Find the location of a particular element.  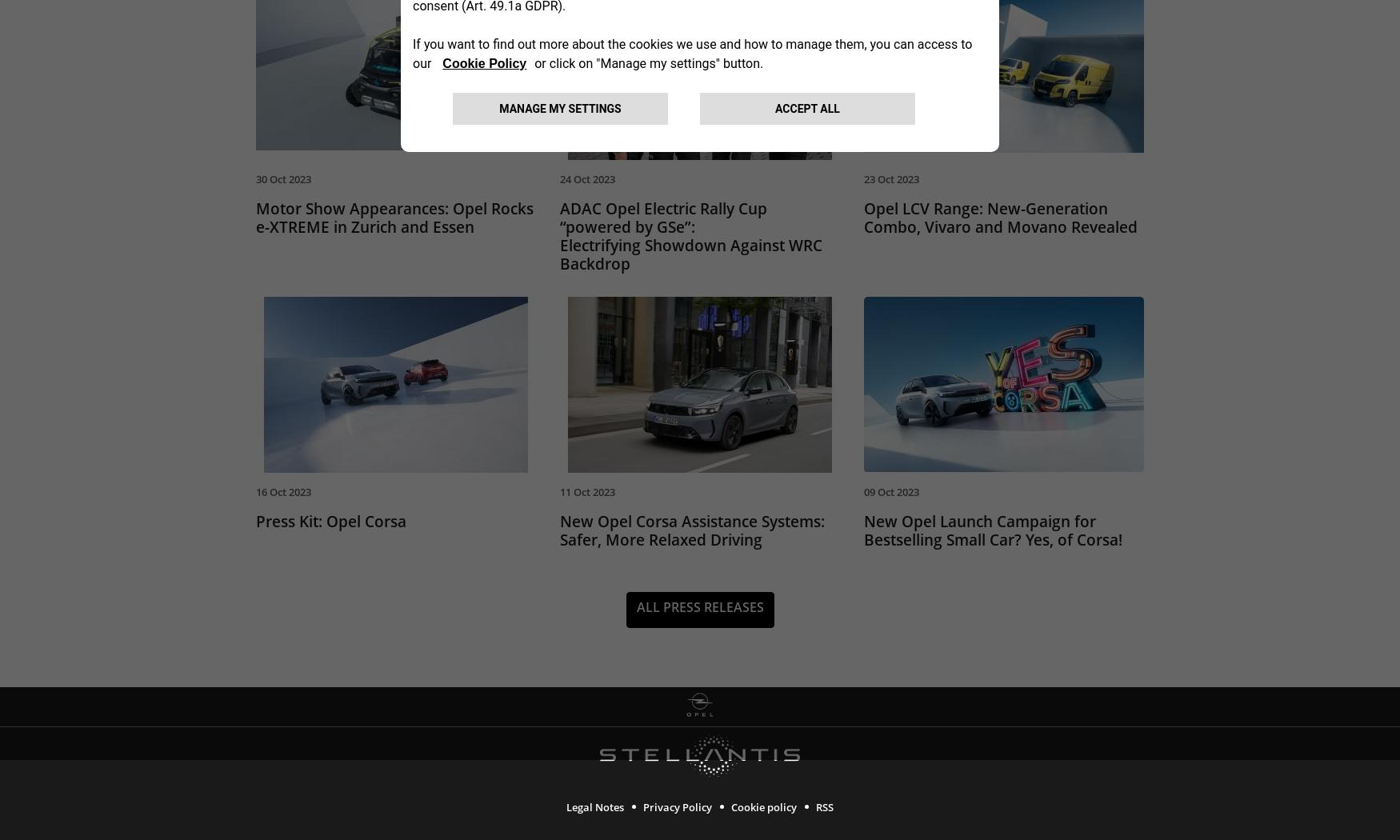

'24 Oct 2023' is located at coordinates (587, 178).